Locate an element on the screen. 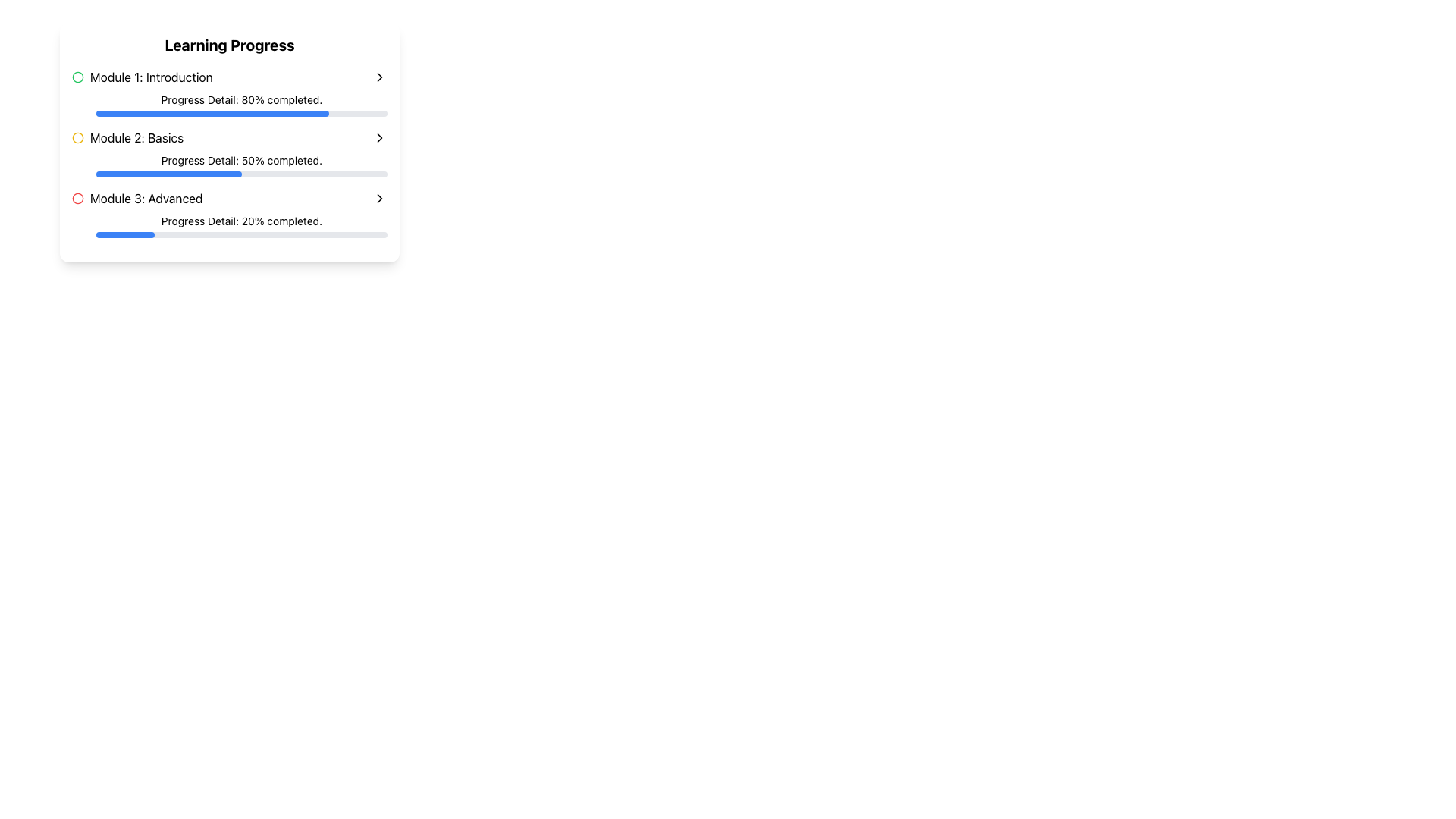 The image size is (1456, 819). the visual progress bar of the Progress Indicator located under the 'Module 1: Introduction' title in the learning progress interface is located at coordinates (228, 104).